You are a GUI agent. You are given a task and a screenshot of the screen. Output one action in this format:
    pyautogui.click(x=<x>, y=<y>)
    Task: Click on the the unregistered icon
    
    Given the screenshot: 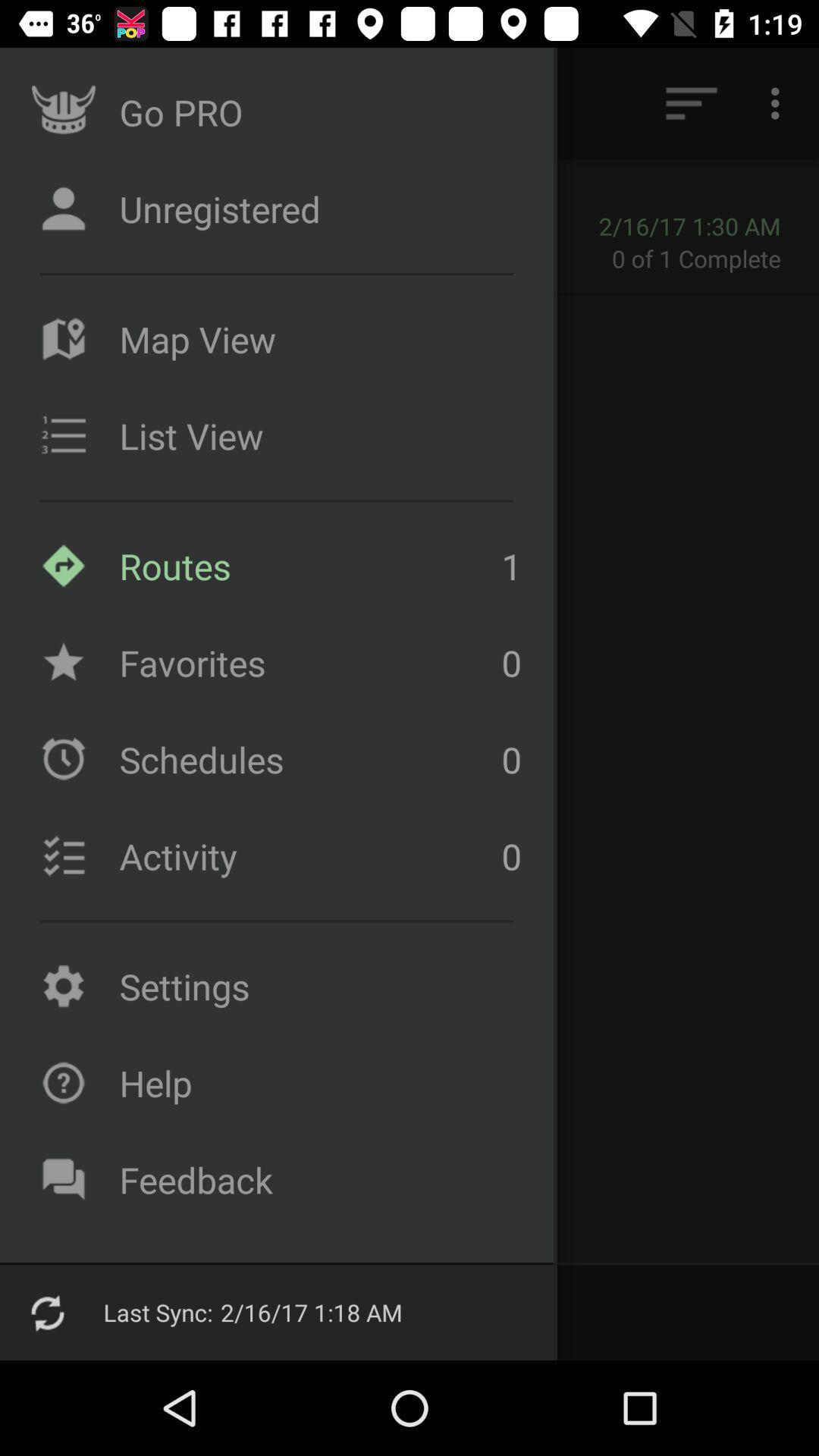 What is the action you would take?
    pyautogui.click(x=63, y=207)
    